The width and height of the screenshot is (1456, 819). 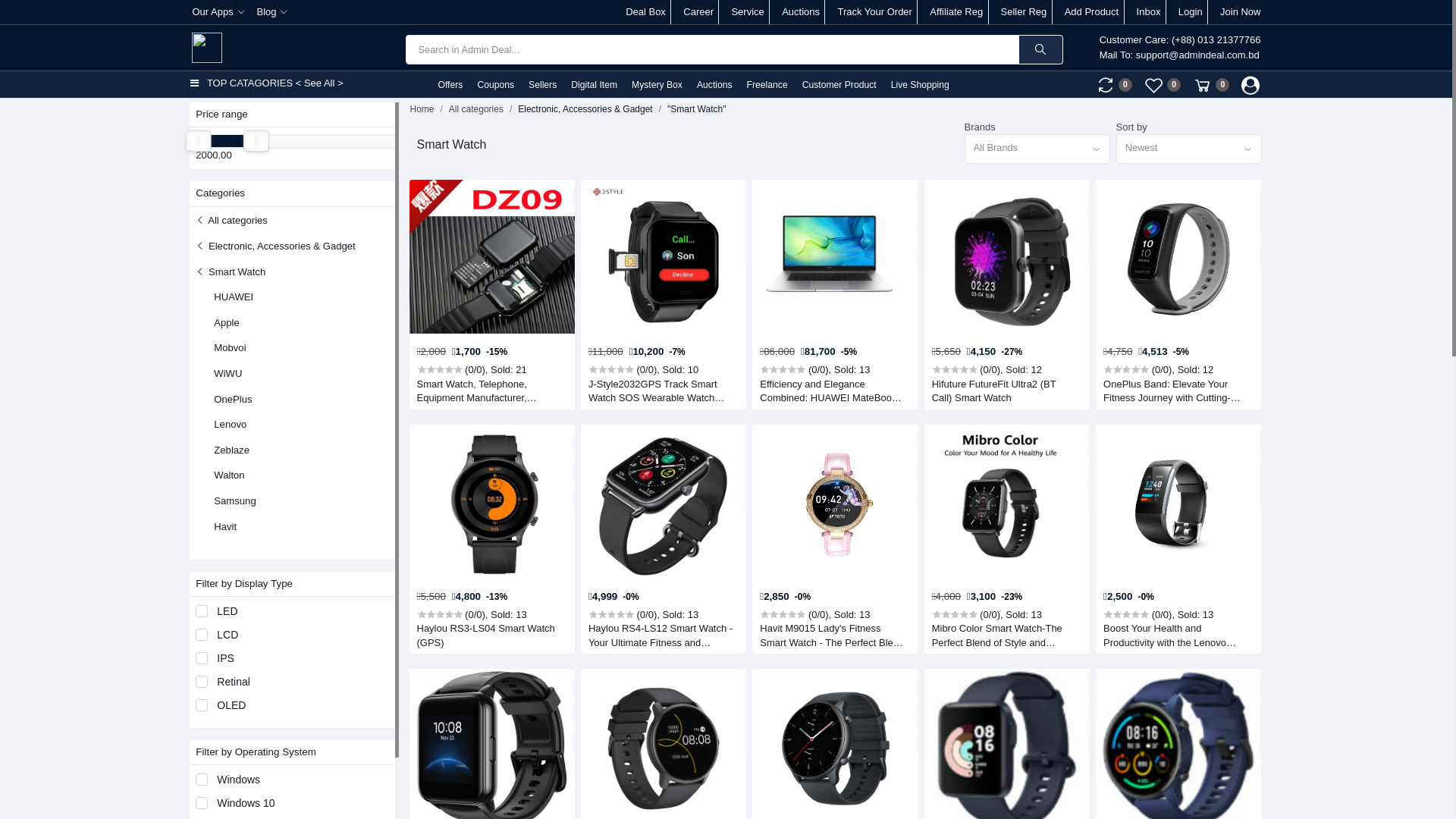 I want to click on 'Deal Box', so click(x=645, y=11).